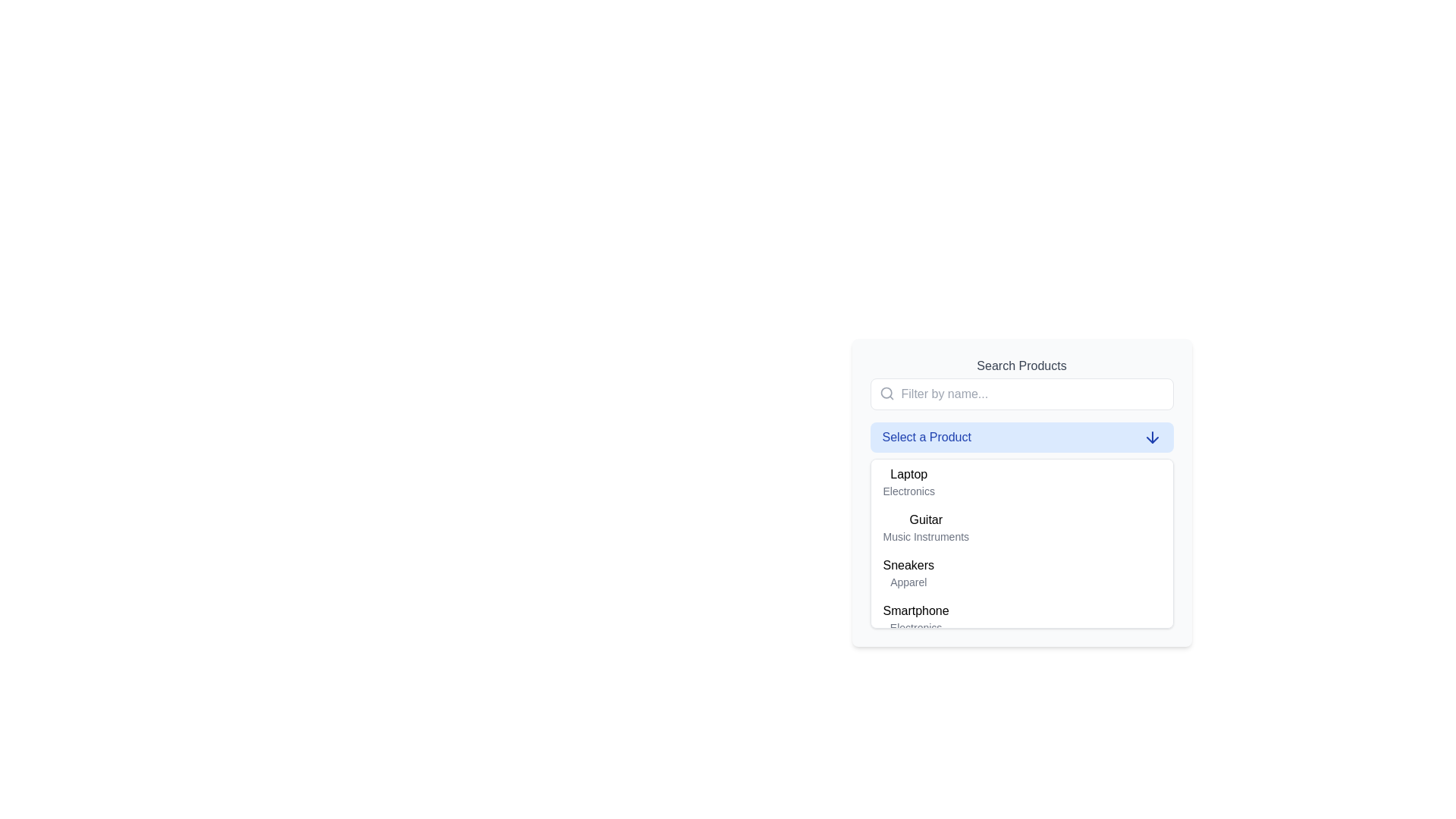  What do you see at coordinates (908, 491) in the screenshot?
I see `the 'Electronics' text label, which is styled in a small gray font and located below 'Laptop' in the dropdown menu under 'Select a Product'` at bounding box center [908, 491].